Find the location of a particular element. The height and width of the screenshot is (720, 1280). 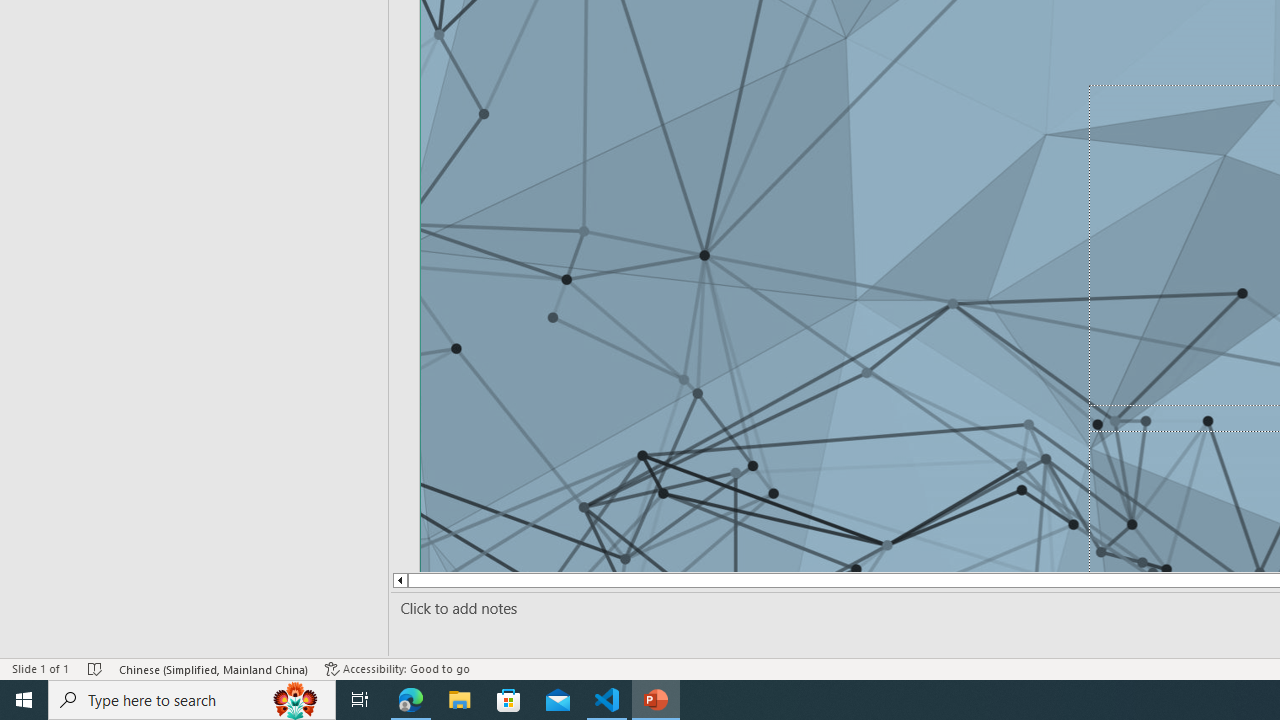

'Spell Check No Errors' is located at coordinates (95, 669).